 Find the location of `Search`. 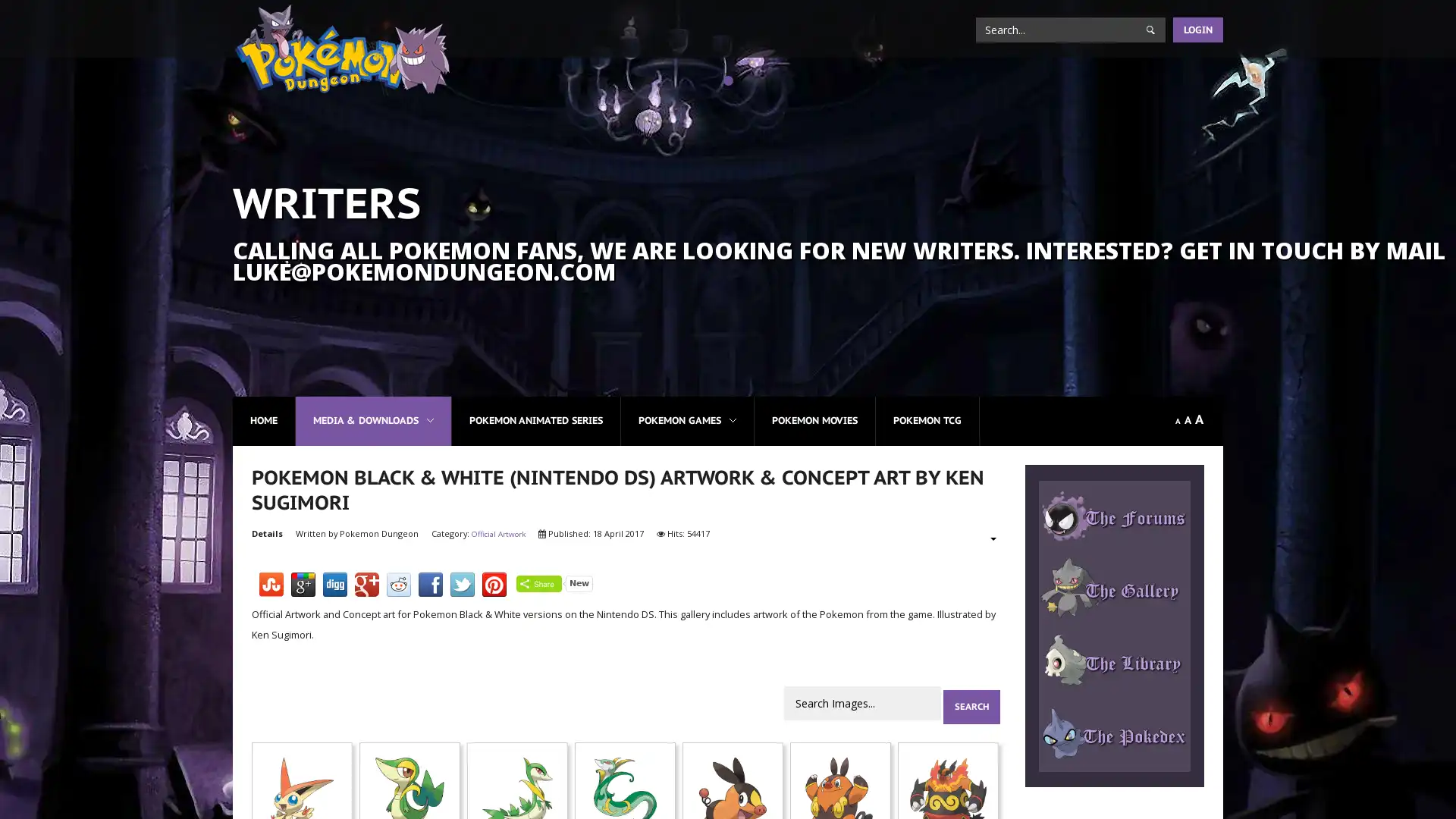

Search is located at coordinates (968, 691).